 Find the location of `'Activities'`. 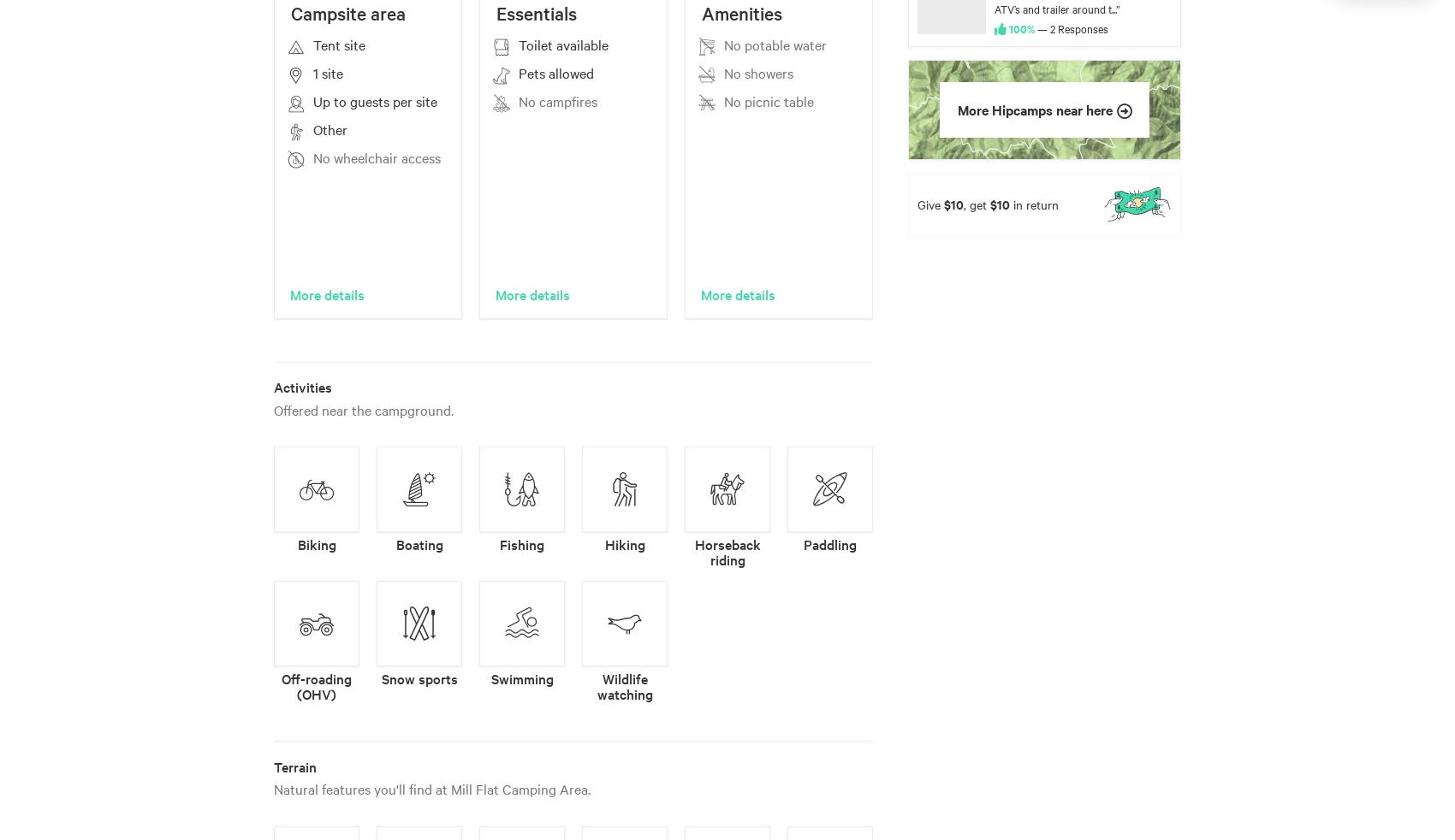

'Activities' is located at coordinates (301, 387).